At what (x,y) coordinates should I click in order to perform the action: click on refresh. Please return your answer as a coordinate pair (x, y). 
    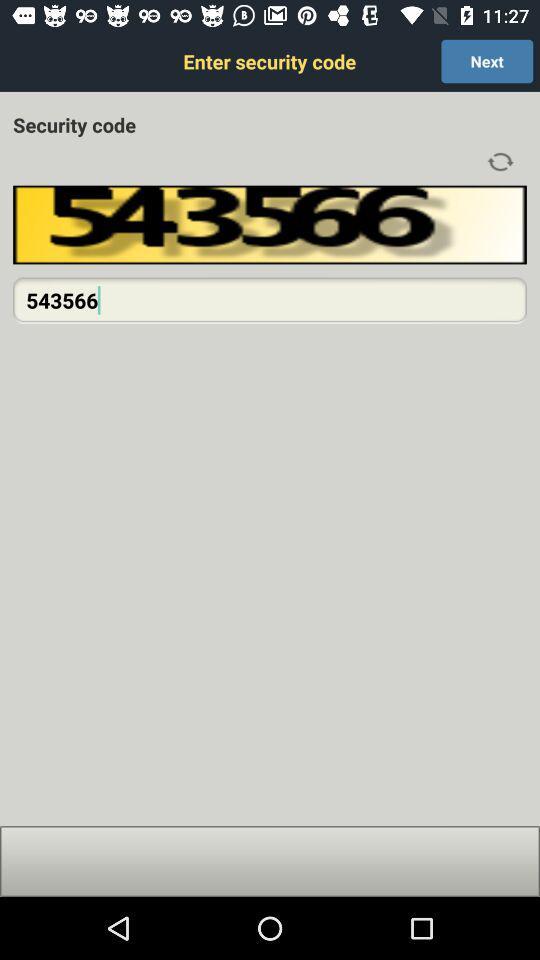
    Looking at the image, I should click on (499, 161).